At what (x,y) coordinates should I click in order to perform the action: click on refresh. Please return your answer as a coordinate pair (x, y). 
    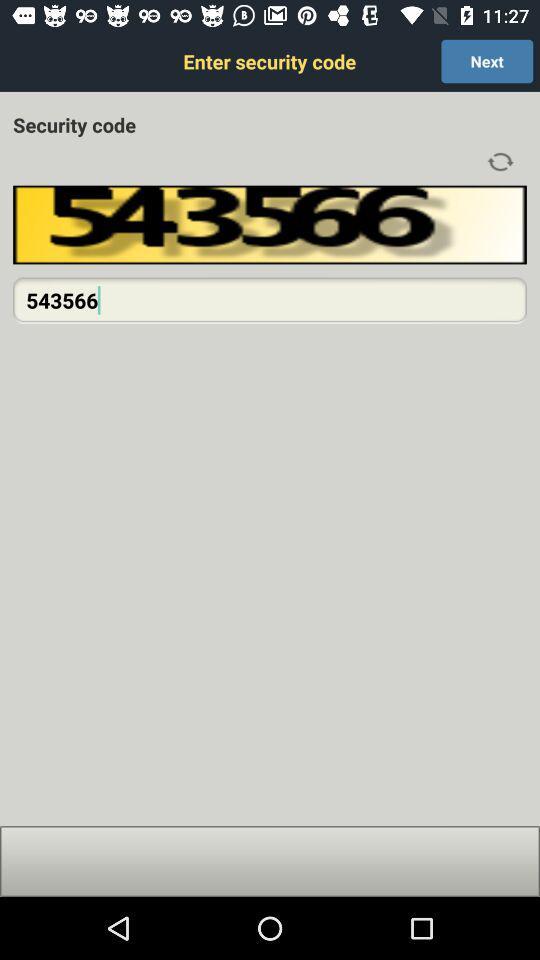
    Looking at the image, I should click on (499, 161).